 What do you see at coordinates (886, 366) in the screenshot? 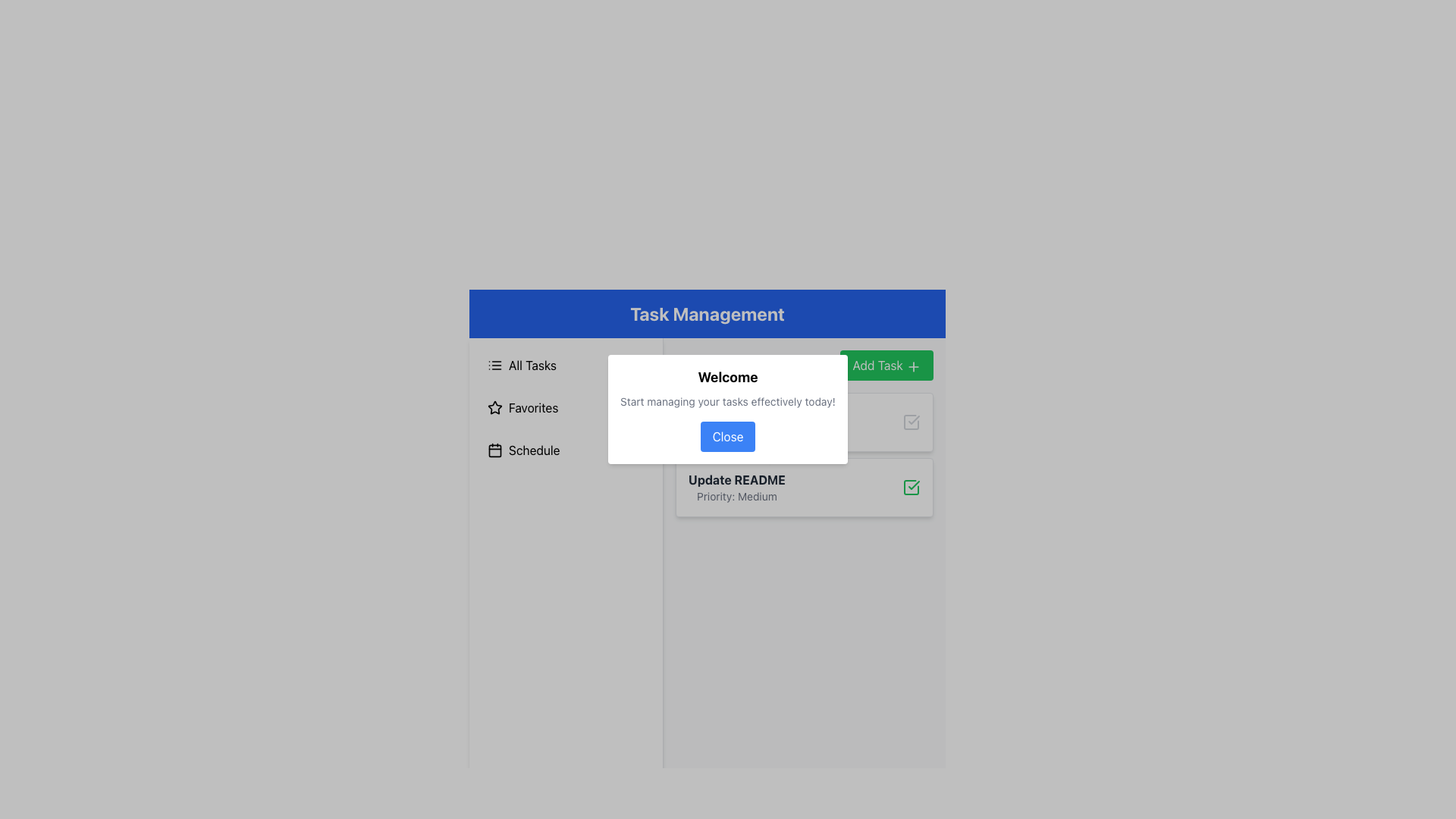
I see `the 'Add Task' button located at the top right of the 'Your Tasks' section` at bounding box center [886, 366].